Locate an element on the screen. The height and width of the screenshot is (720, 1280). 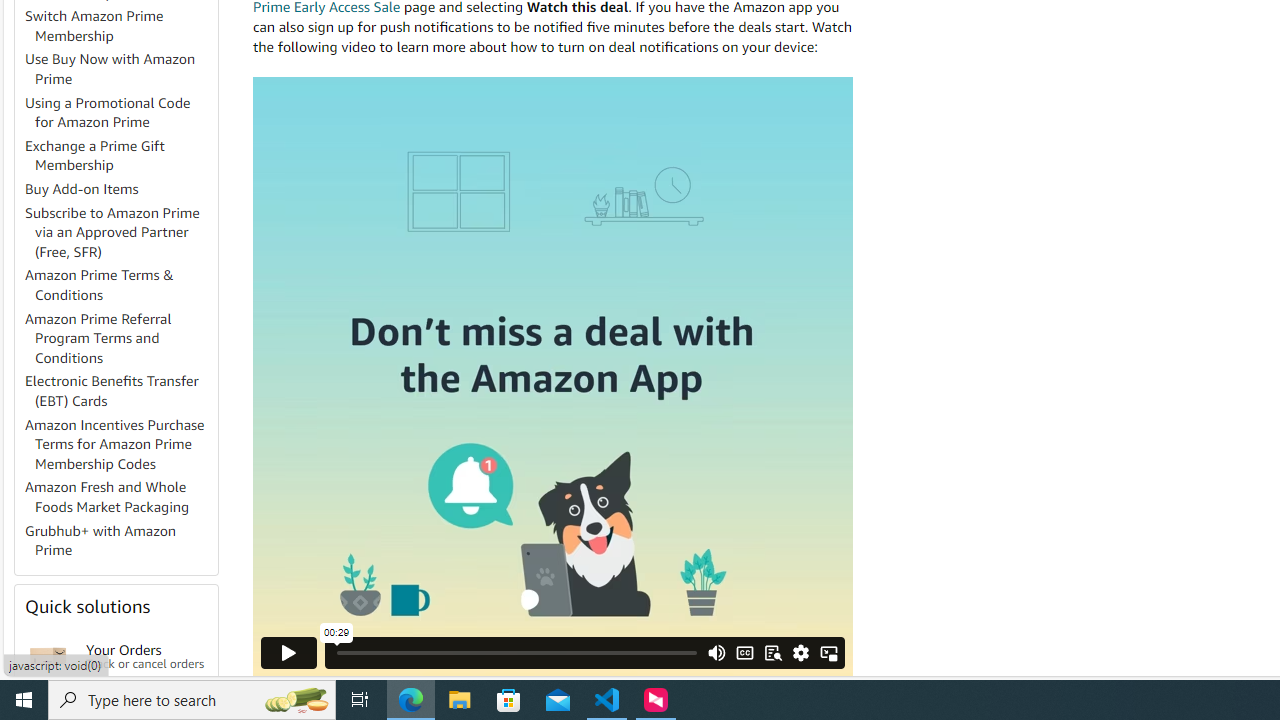
'Use Buy Now with Amazon Prime' is located at coordinates (109, 68).